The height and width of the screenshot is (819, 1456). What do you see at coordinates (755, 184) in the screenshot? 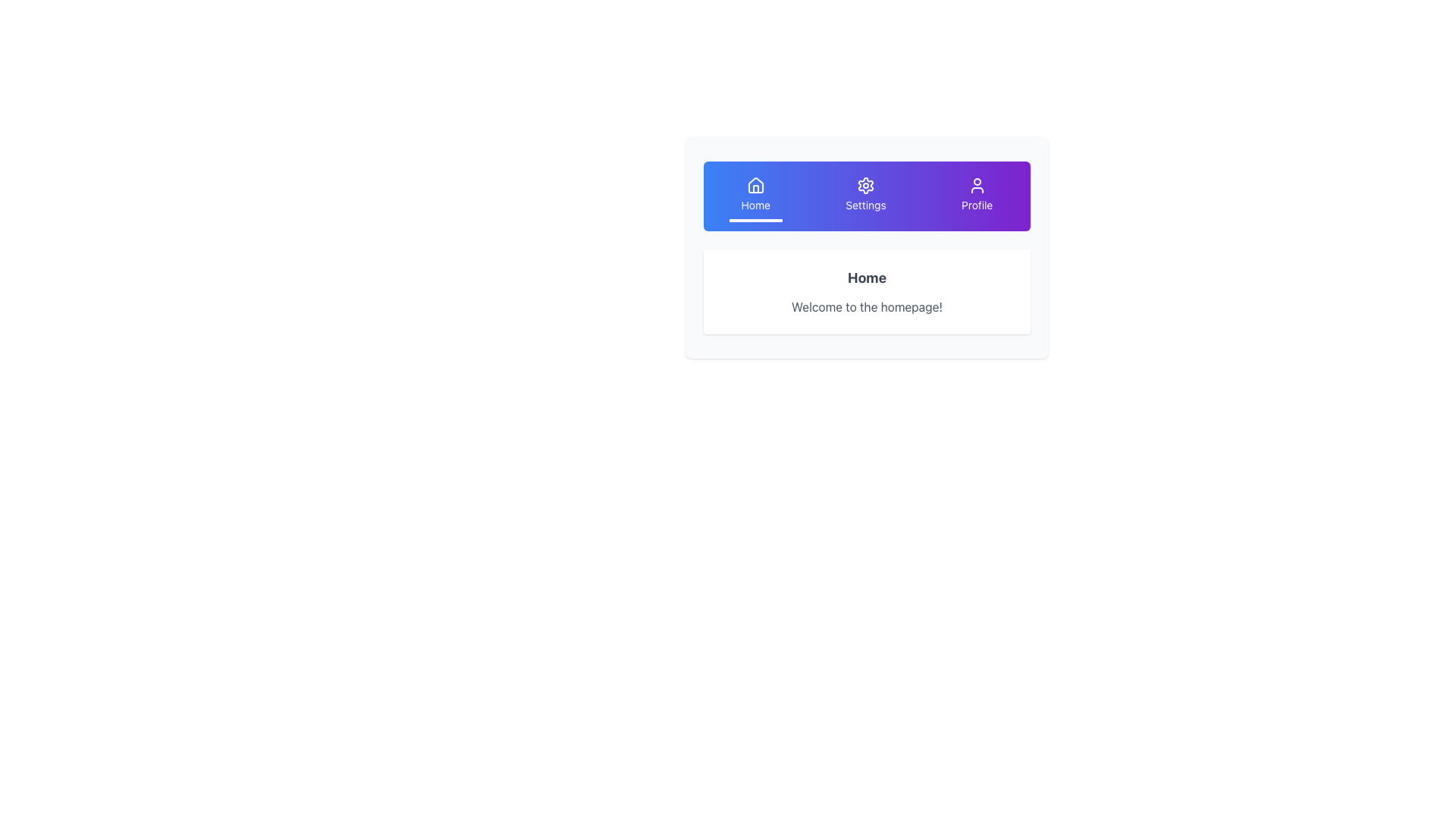
I see `the 'Home' icon located in the blue section of the header bar, which is the leftmost icon representing the home page` at bounding box center [755, 184].